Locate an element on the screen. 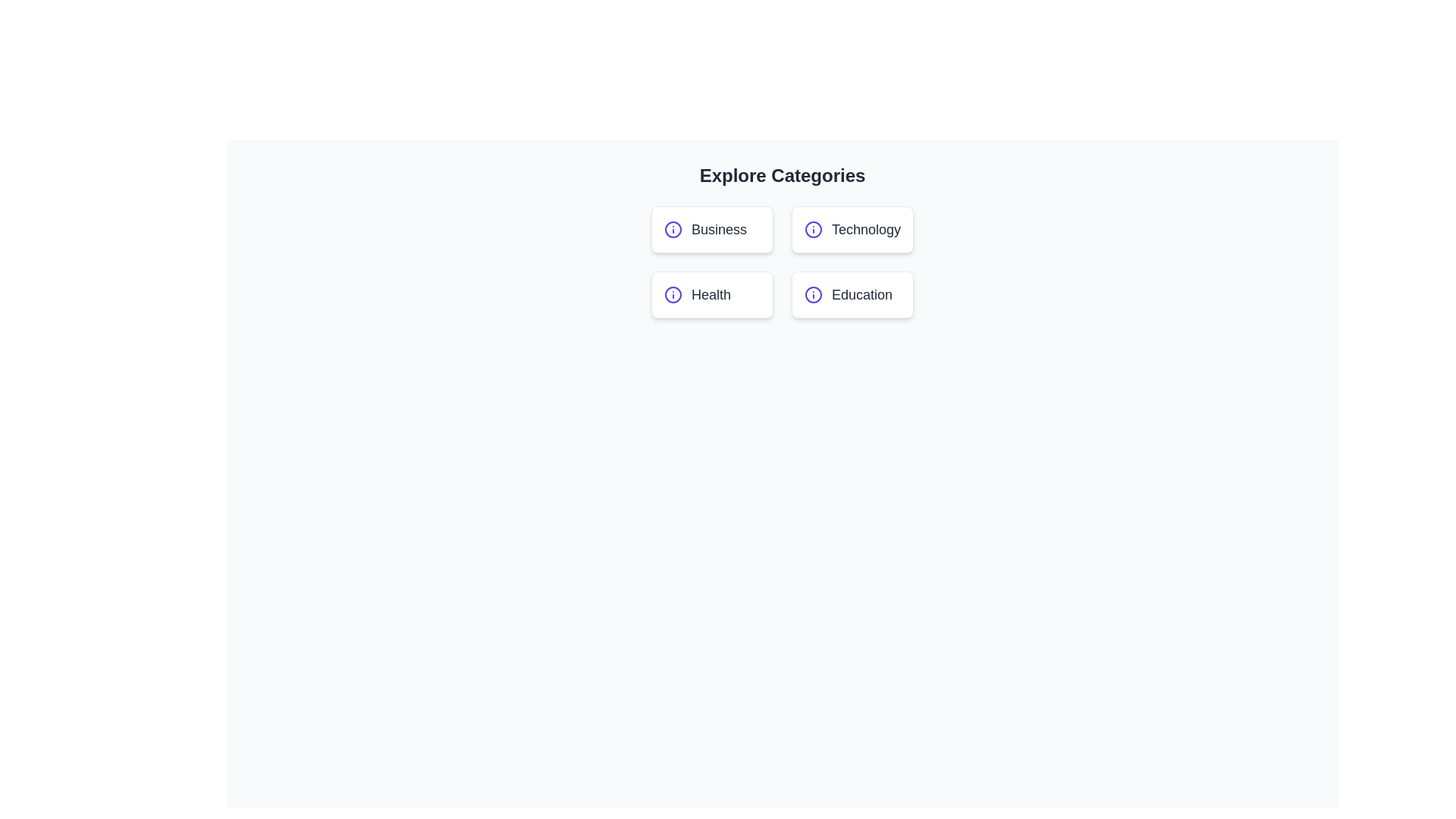  the 'Education' label located in the bottom-right card among a grid of four cards is located at coordinates (852, 295).